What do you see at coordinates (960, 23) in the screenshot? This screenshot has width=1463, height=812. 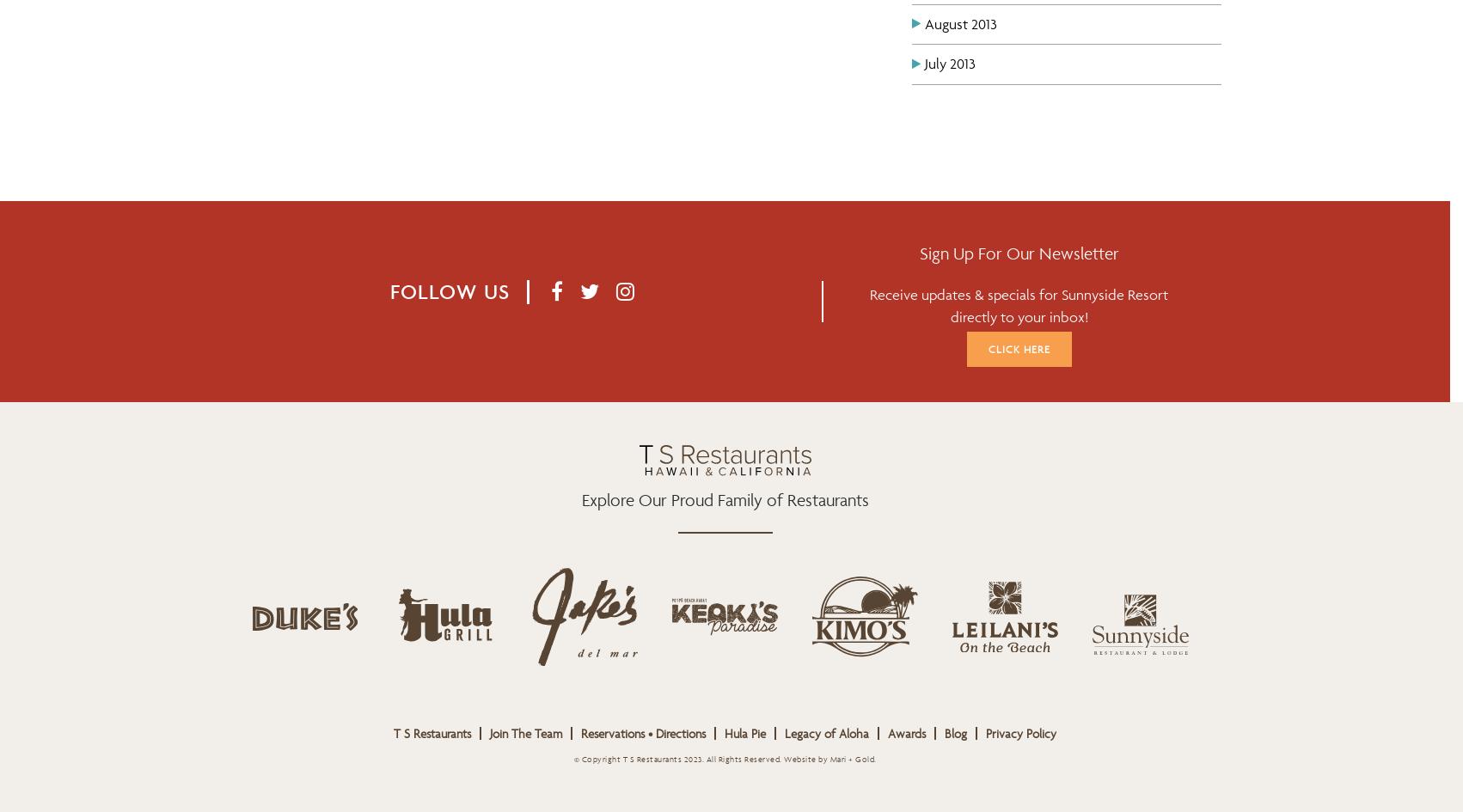 I see `'August 2013'` at bounding box center [960, 23].